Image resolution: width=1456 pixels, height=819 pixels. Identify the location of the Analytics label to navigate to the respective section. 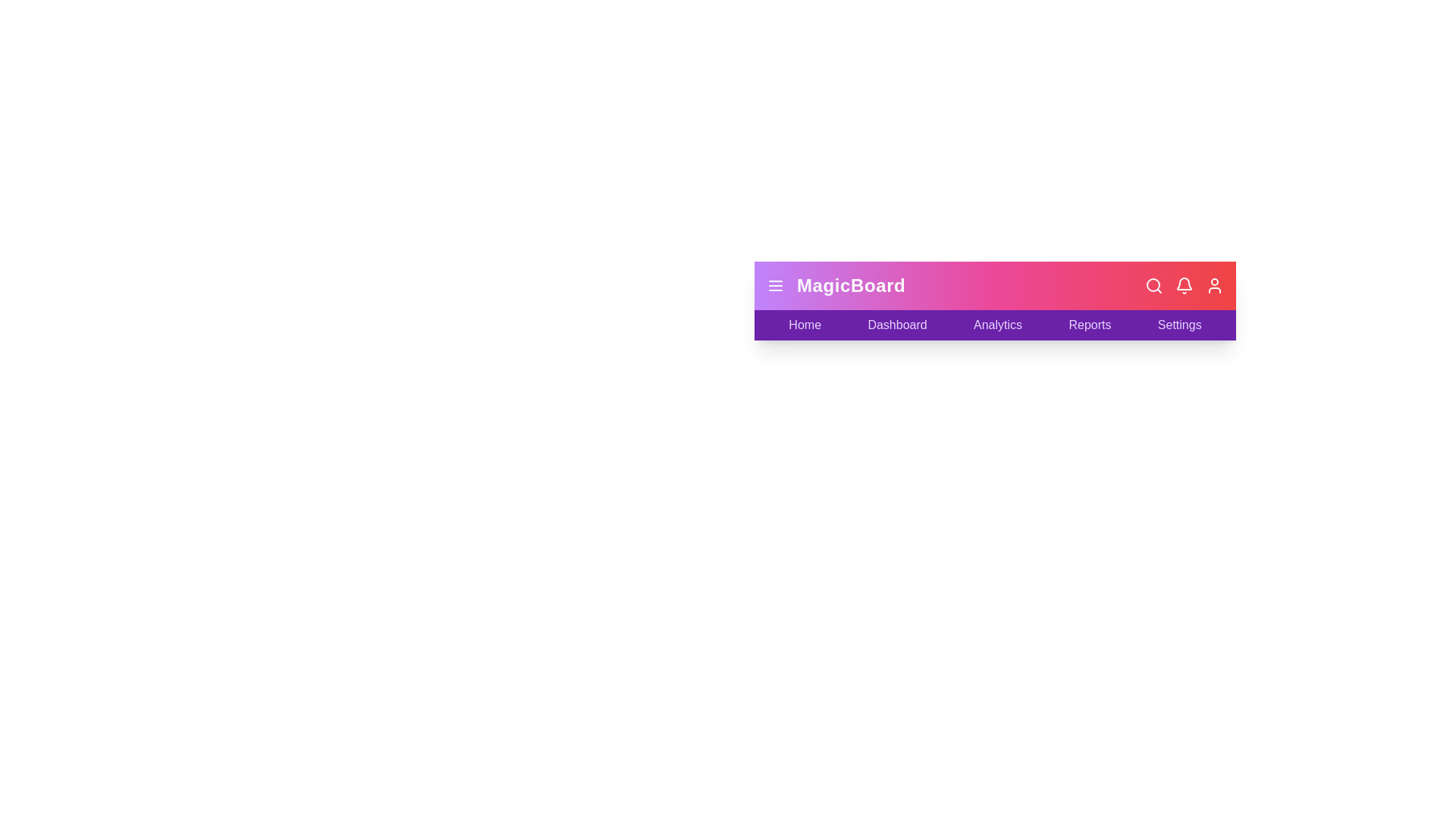
(997, 324).